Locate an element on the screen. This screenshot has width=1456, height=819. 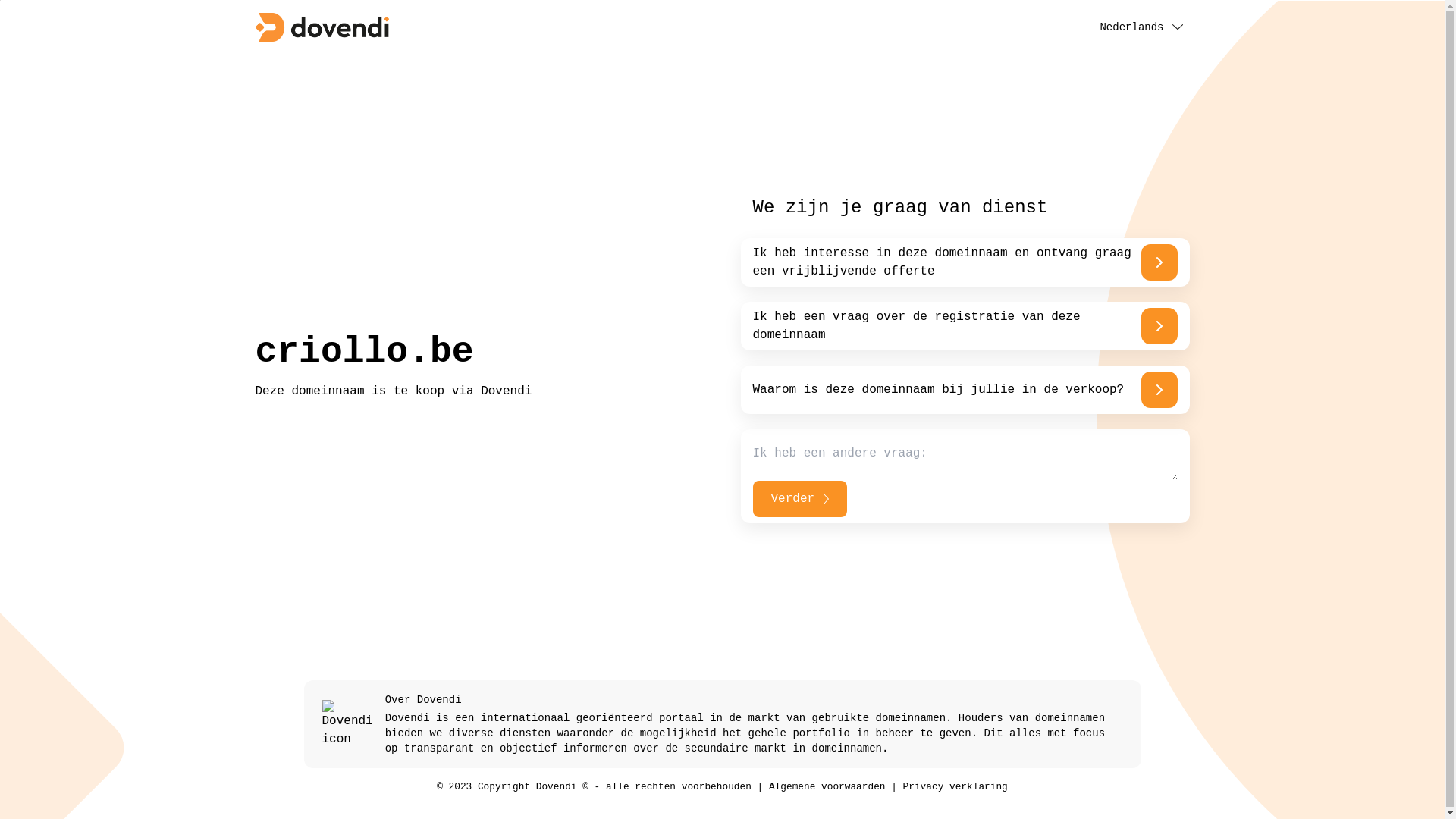
'Algemene voorwaarden' is located at coordinates (826, 786).